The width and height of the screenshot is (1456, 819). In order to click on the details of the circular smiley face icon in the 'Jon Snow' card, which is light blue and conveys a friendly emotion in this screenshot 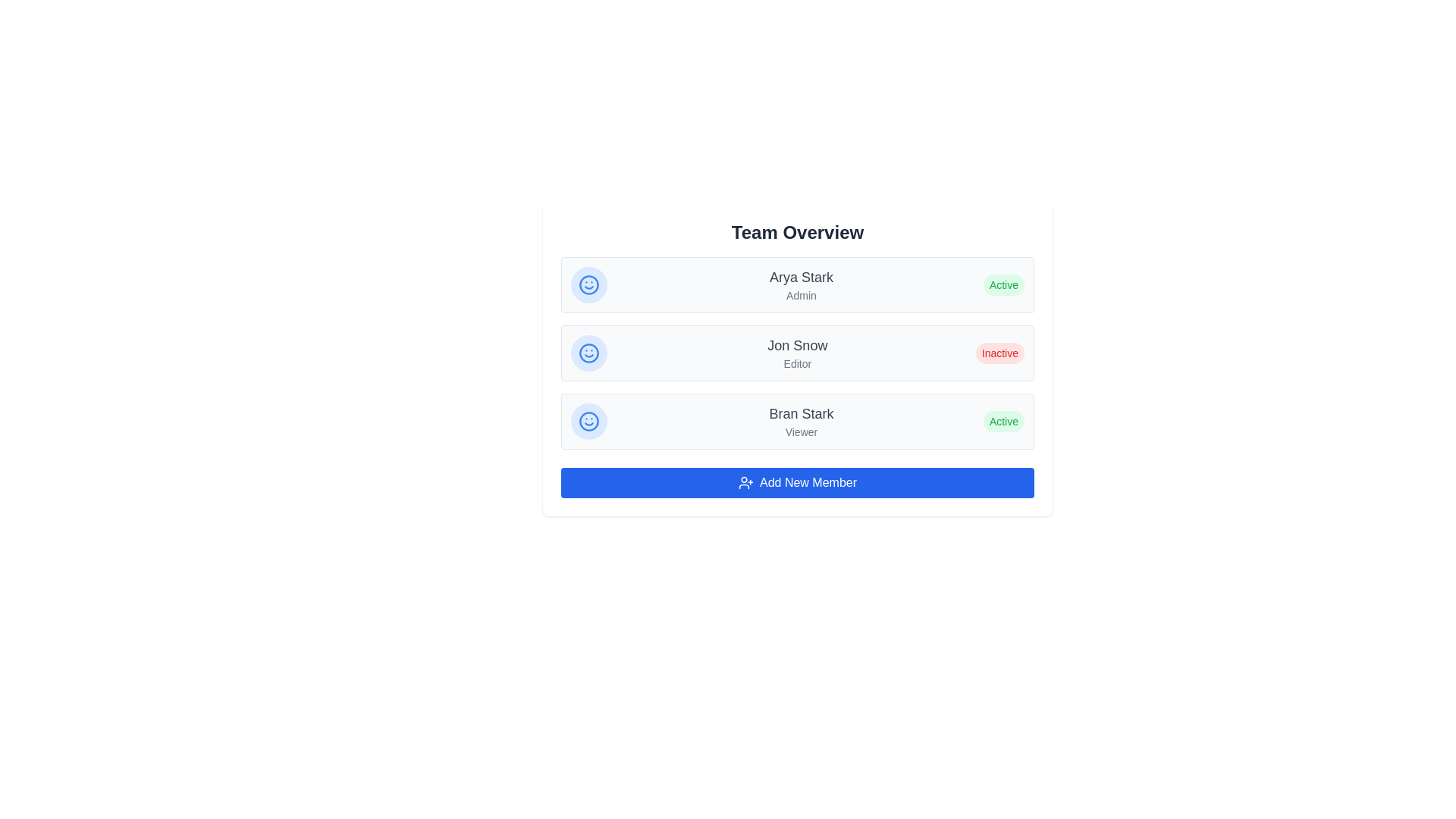, I will do `click(588, 353)`.